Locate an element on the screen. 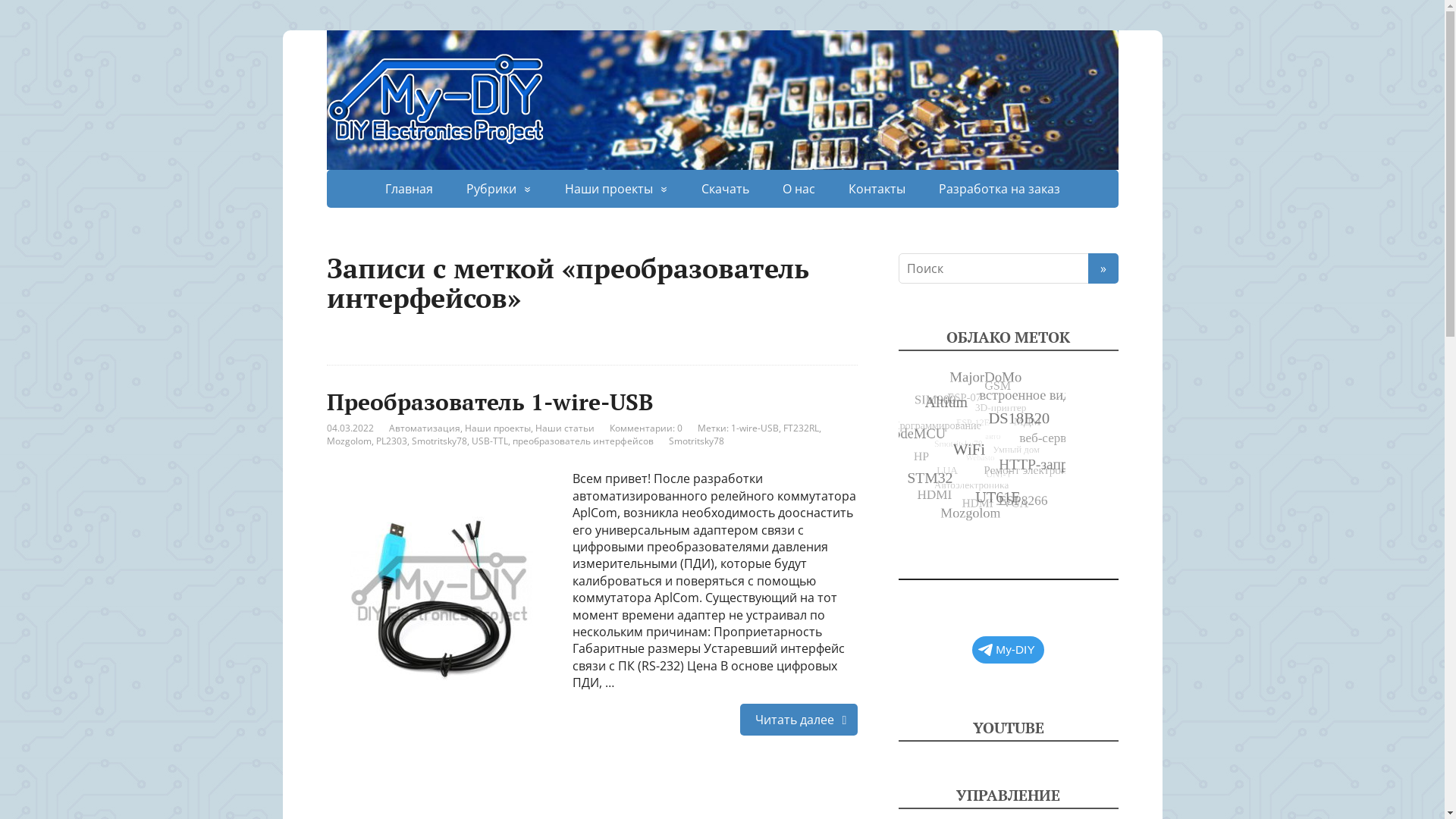  'PL2303' is located at coordinates (391, 441).